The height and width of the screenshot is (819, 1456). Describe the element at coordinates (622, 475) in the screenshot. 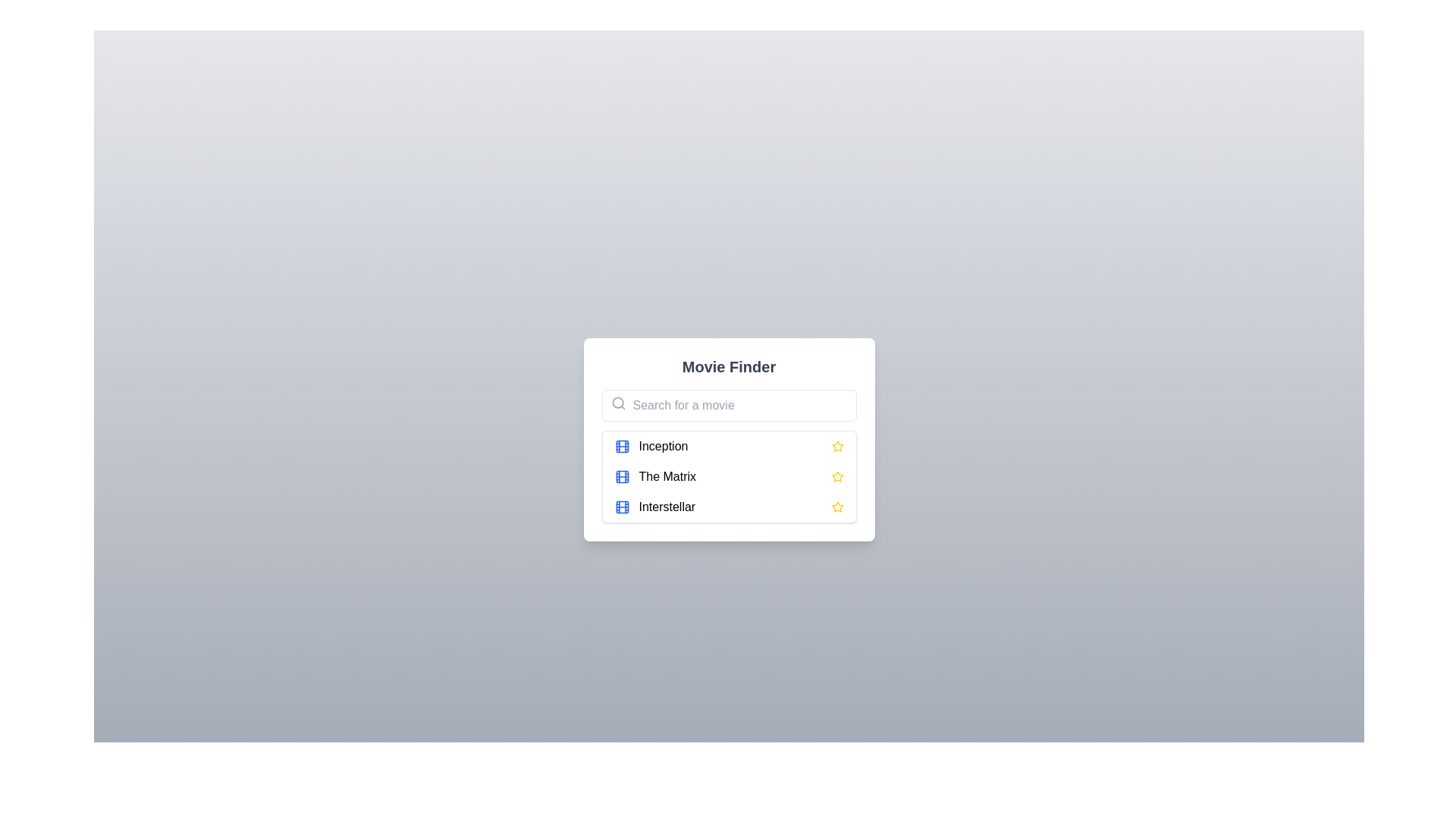

I see `the video icon located immediately to the left of the text label 'The Matrix' in the search results list` at that location.